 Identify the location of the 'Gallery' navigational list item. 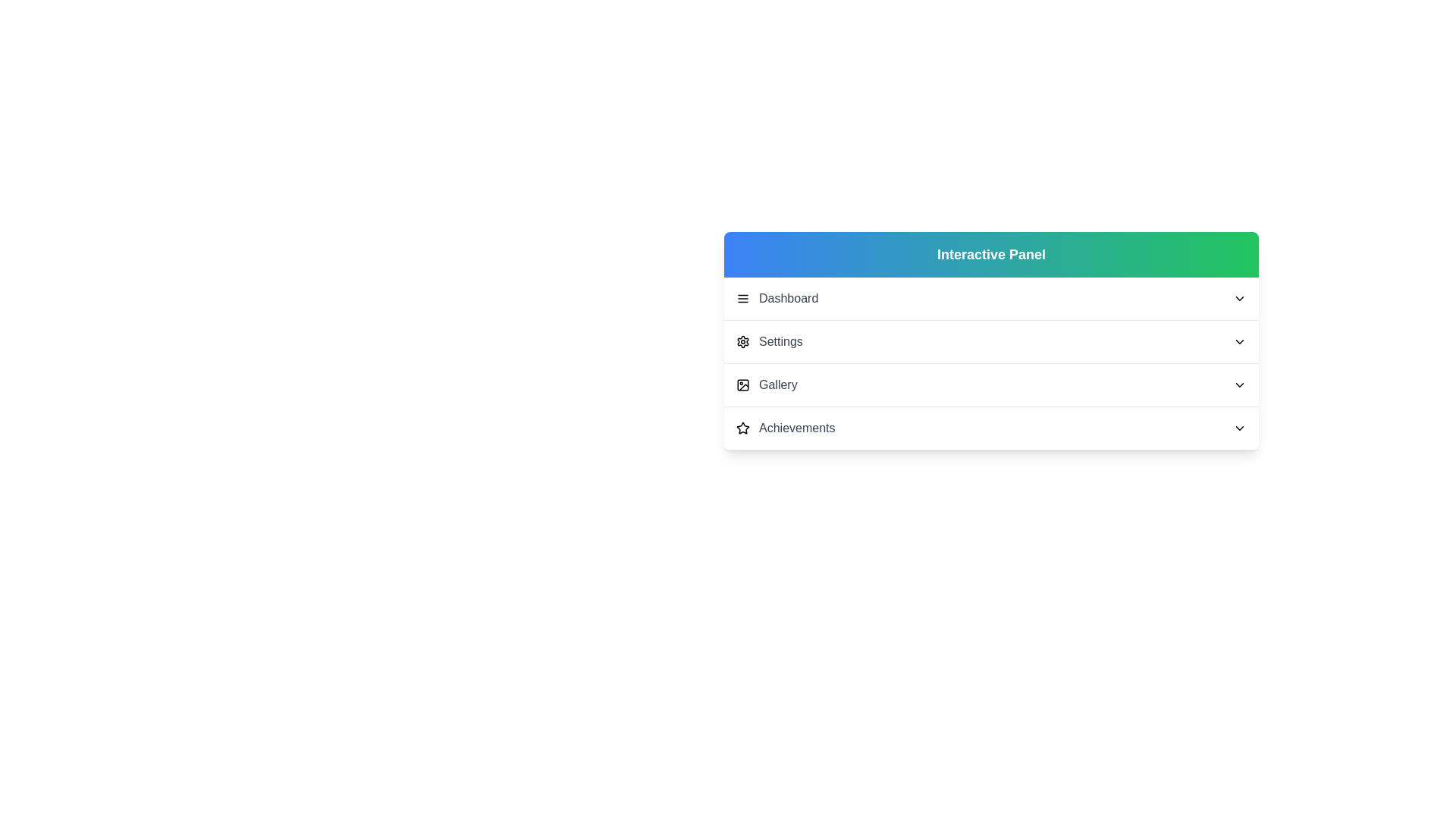
(991, 384).